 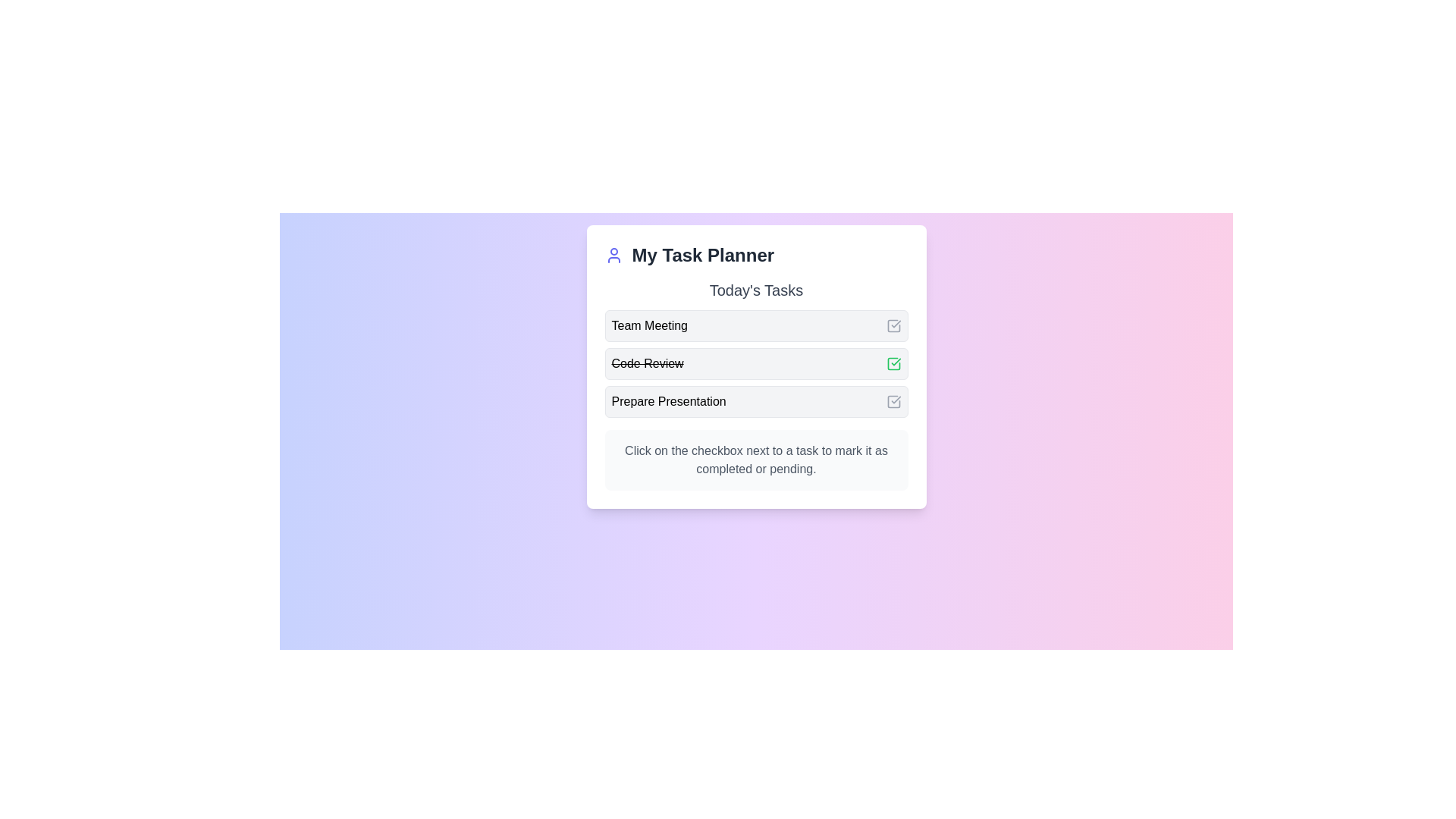 I want to click on the non-interactive text label 'Prepare Presentation' located in the third row of tasks under 'Today's Tasks', so click(x=668, y=400).